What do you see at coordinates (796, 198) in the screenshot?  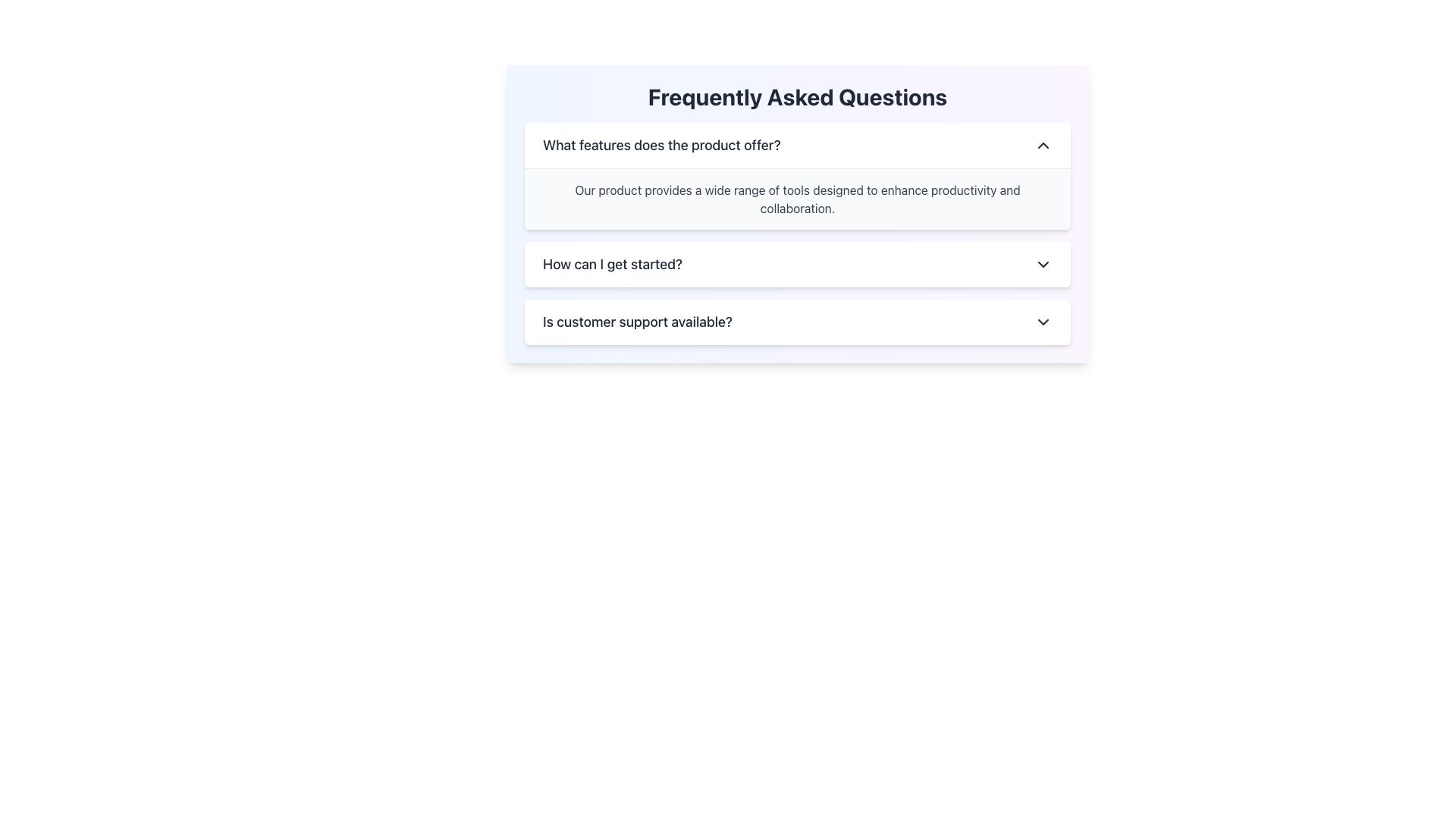 I see `the static text block that provides a detailed answer to the question 'What features does the product offer?' located beneath the 'Frequently Asked Questions' heading` at bounding box center [796, 198].